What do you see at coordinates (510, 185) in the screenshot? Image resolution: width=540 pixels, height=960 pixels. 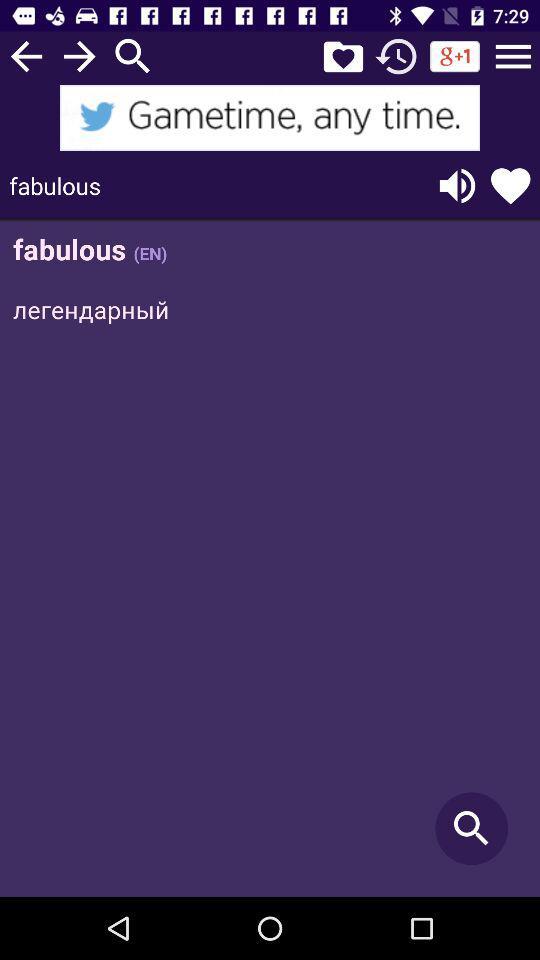 I see `like option` at bounding box center [510, 185].